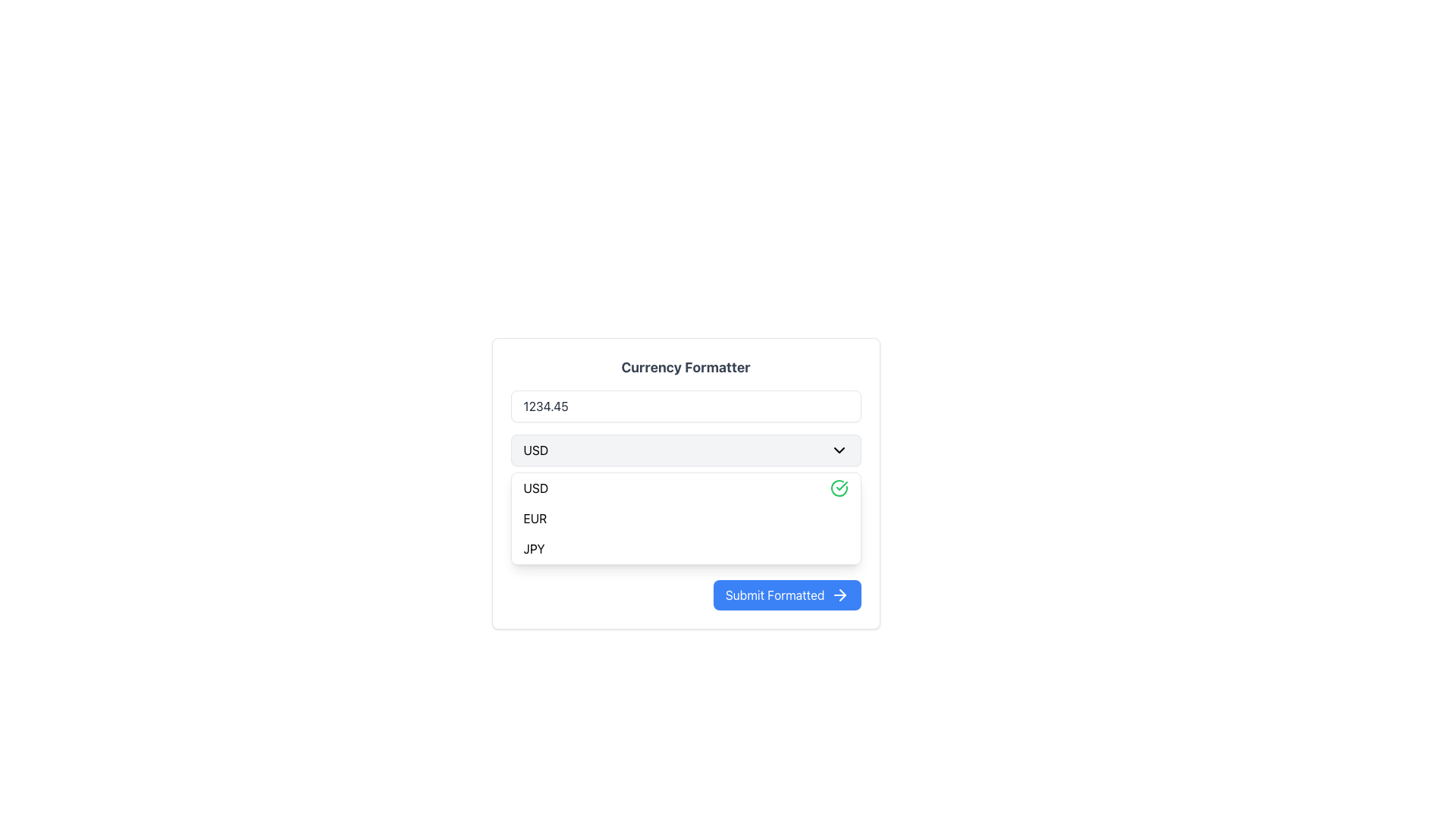 This screenshot has height=819, width=1456. Describe the element at coordinates (838, 450) in the screenshot. I see `the chevron-shaped icon pointing downward, located to the right side of the text 'USD'` at that location.